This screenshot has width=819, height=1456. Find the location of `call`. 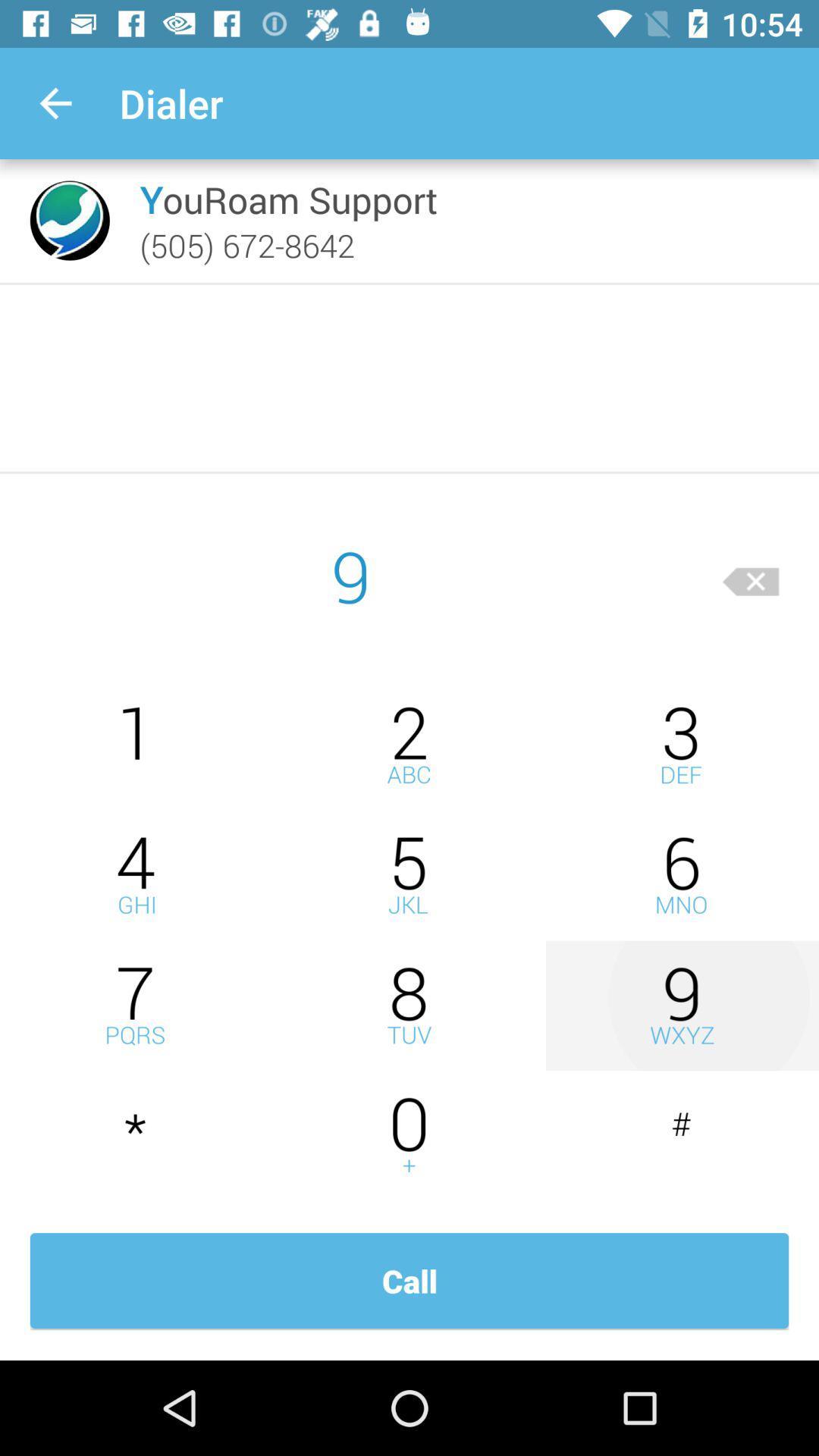

call is located at coordinates (409, 1280).